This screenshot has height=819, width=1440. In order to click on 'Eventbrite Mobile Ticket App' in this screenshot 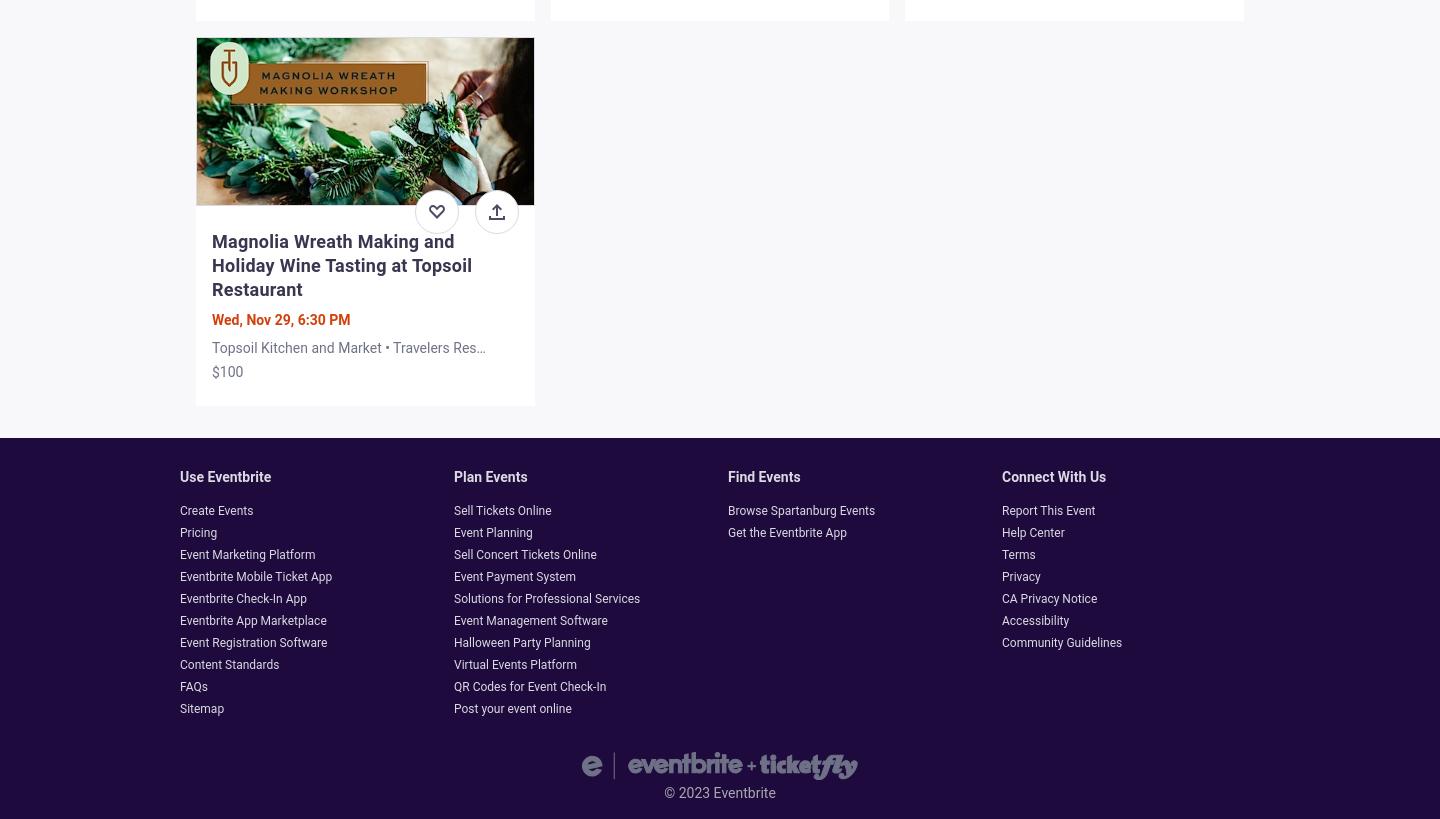, I will do `click(255, 576)`.